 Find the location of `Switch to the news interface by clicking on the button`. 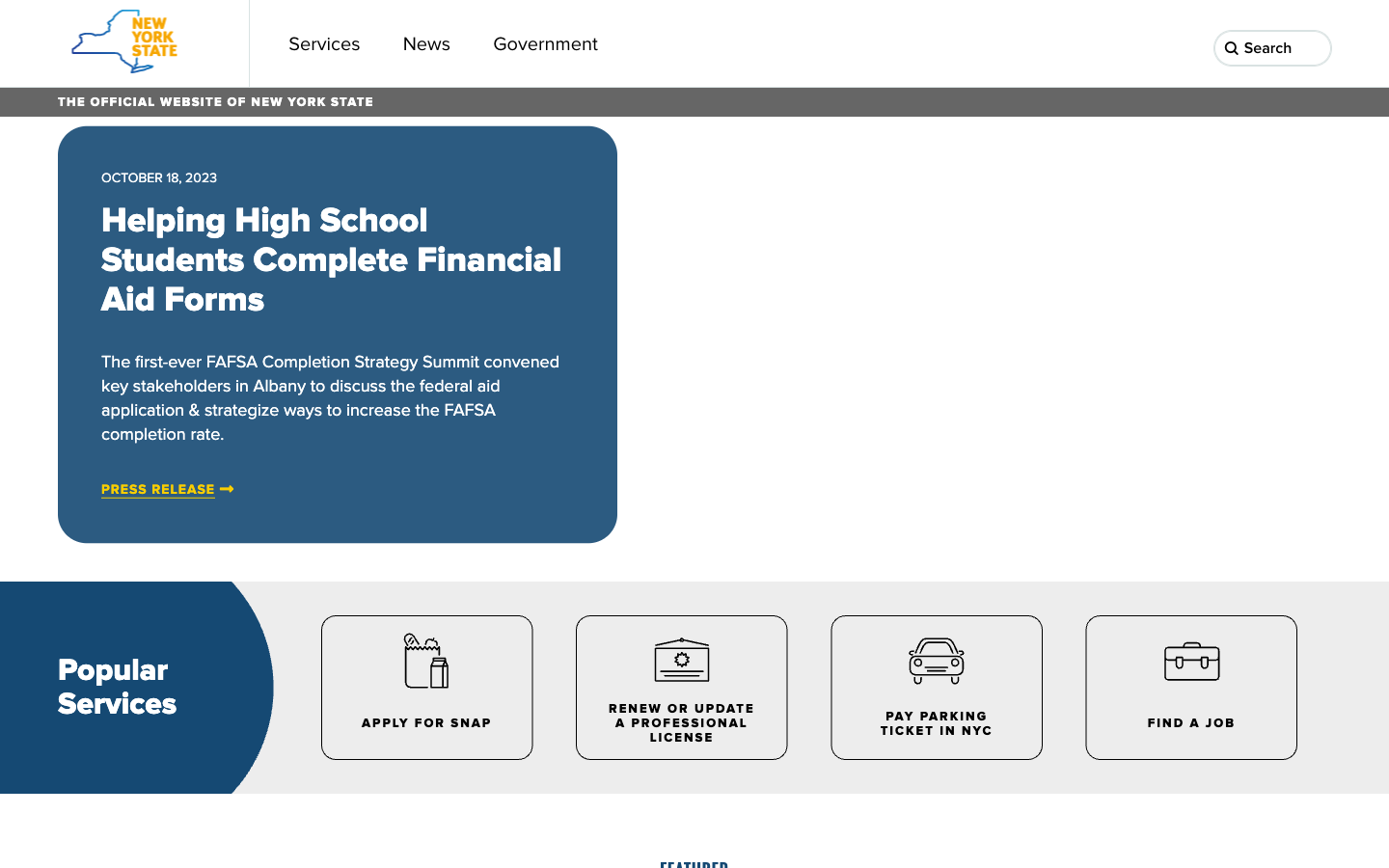

Switch to the news interface by clicking on the button is located at coordinates (426, 42).